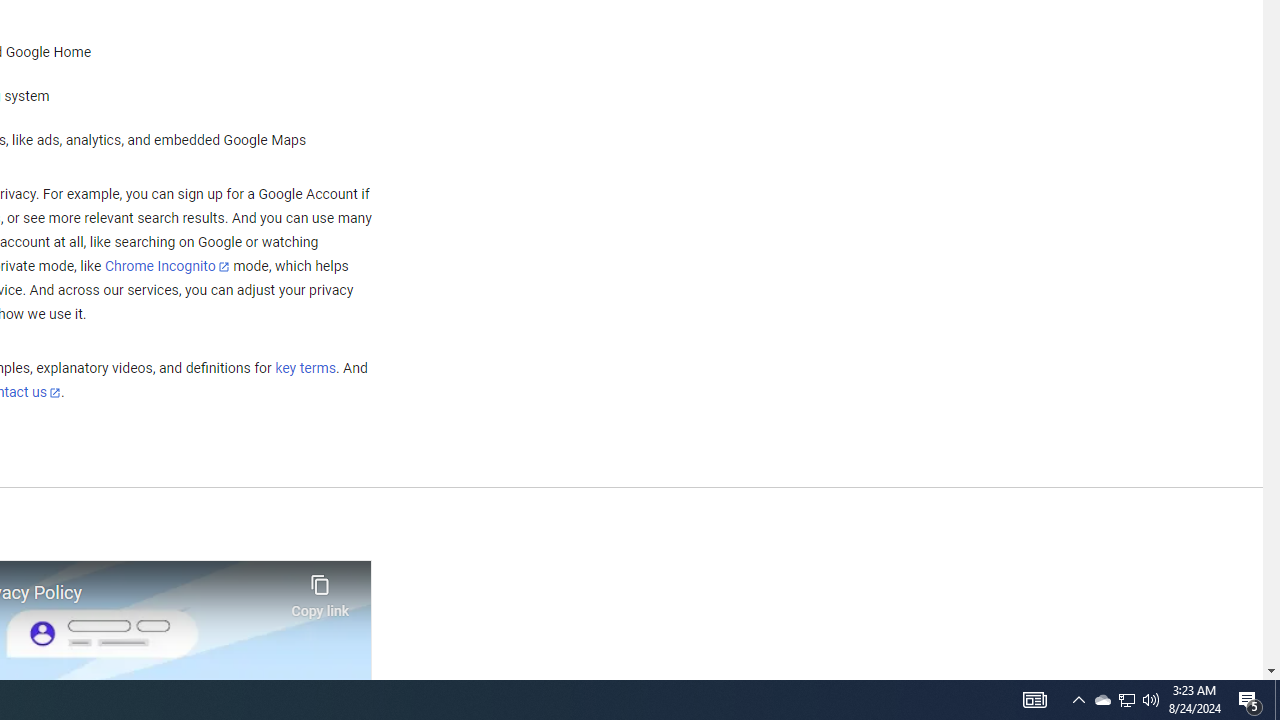 Image resolution: width=1280 pixels, height=720 pixels. What do you see at coordinates (304, 368) in the screenshot?
I see `'key terms'` at bounding box center [304, 368].